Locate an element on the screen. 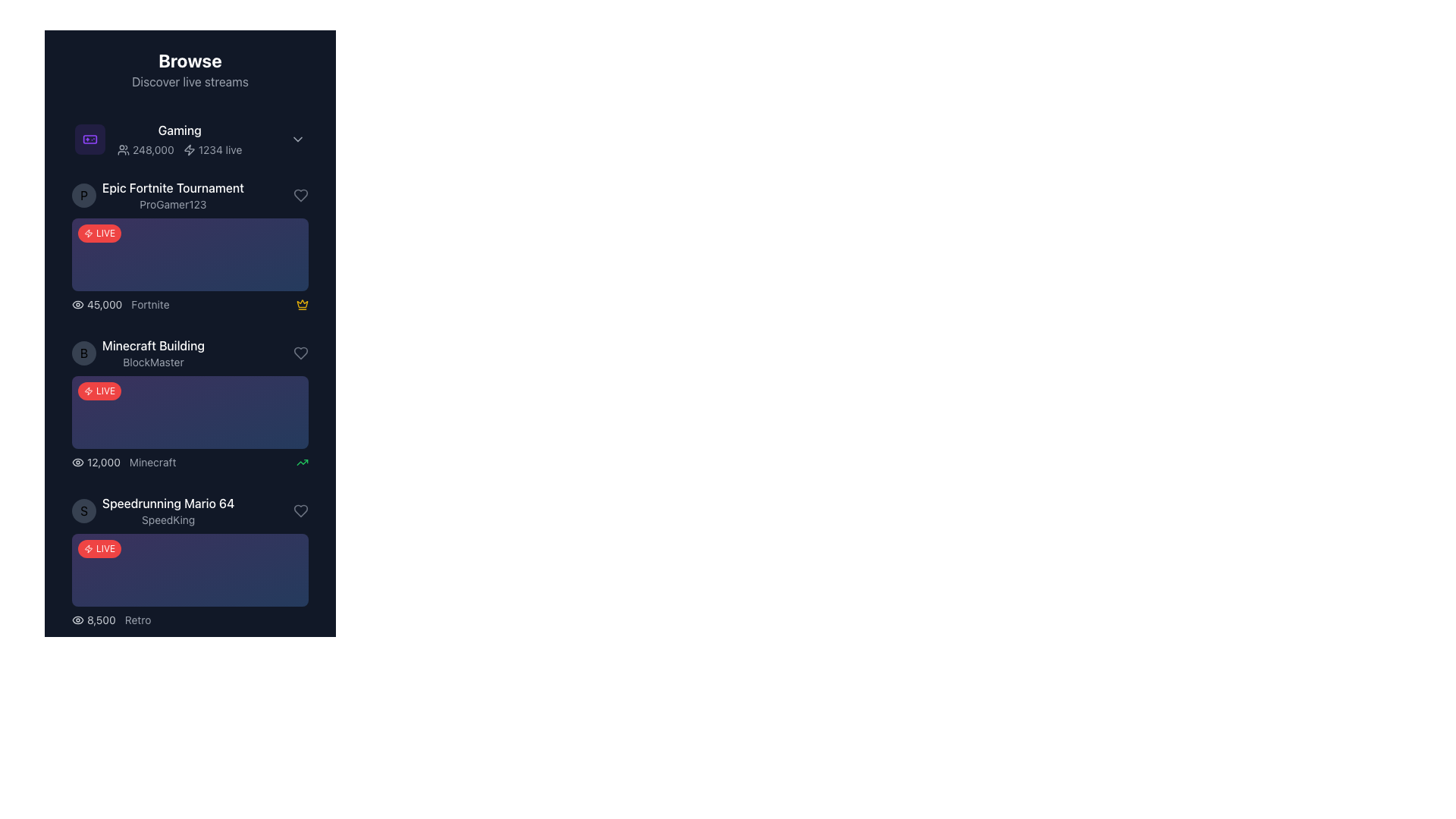 The width and height of the screenshot is (1456, 819). the Vector Icon that indicates the count of active live streams, positioned adjacent to the '1234 live' text is located at coordinates (87, 391).